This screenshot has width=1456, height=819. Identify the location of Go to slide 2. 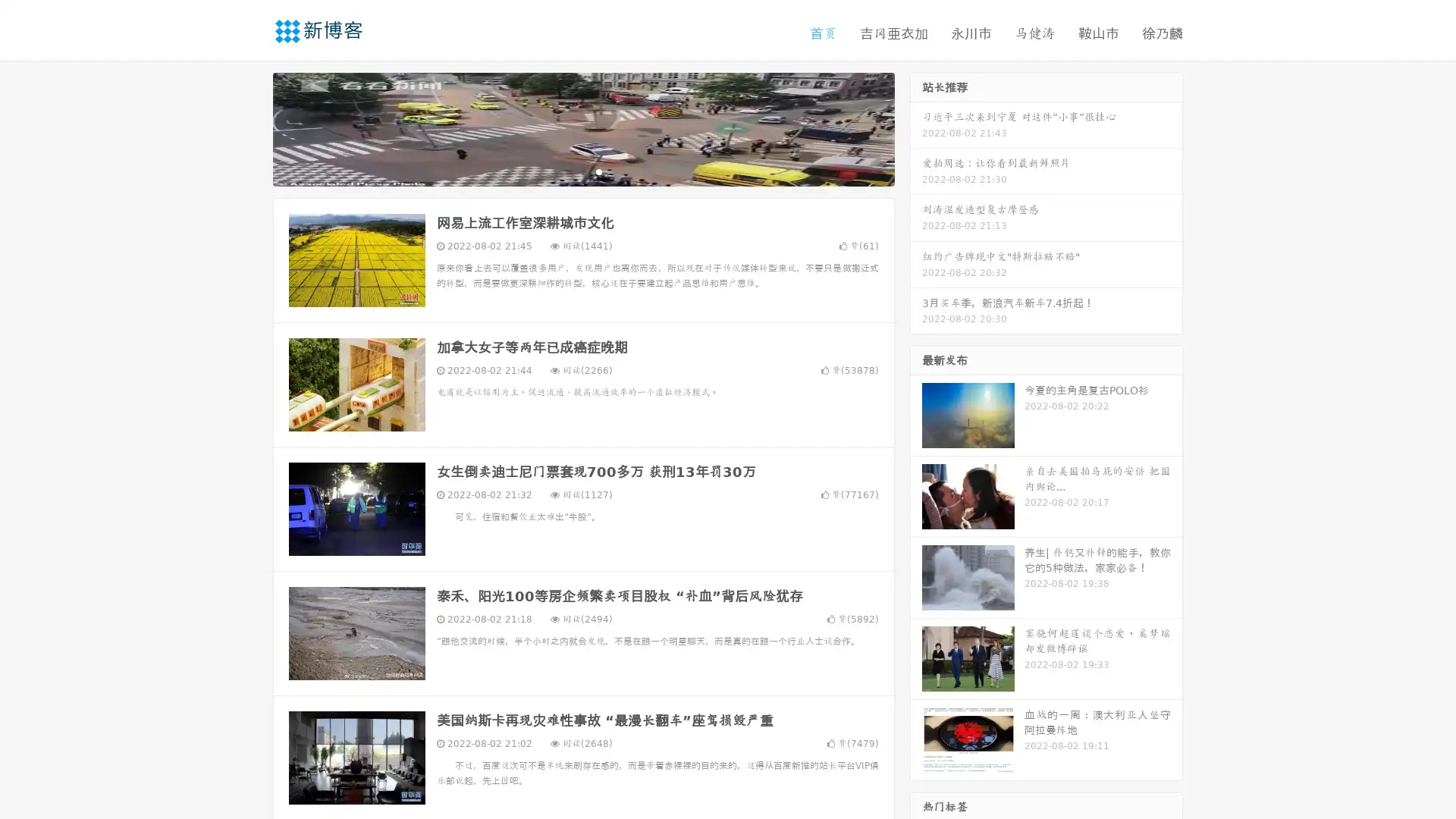
(582, 171).